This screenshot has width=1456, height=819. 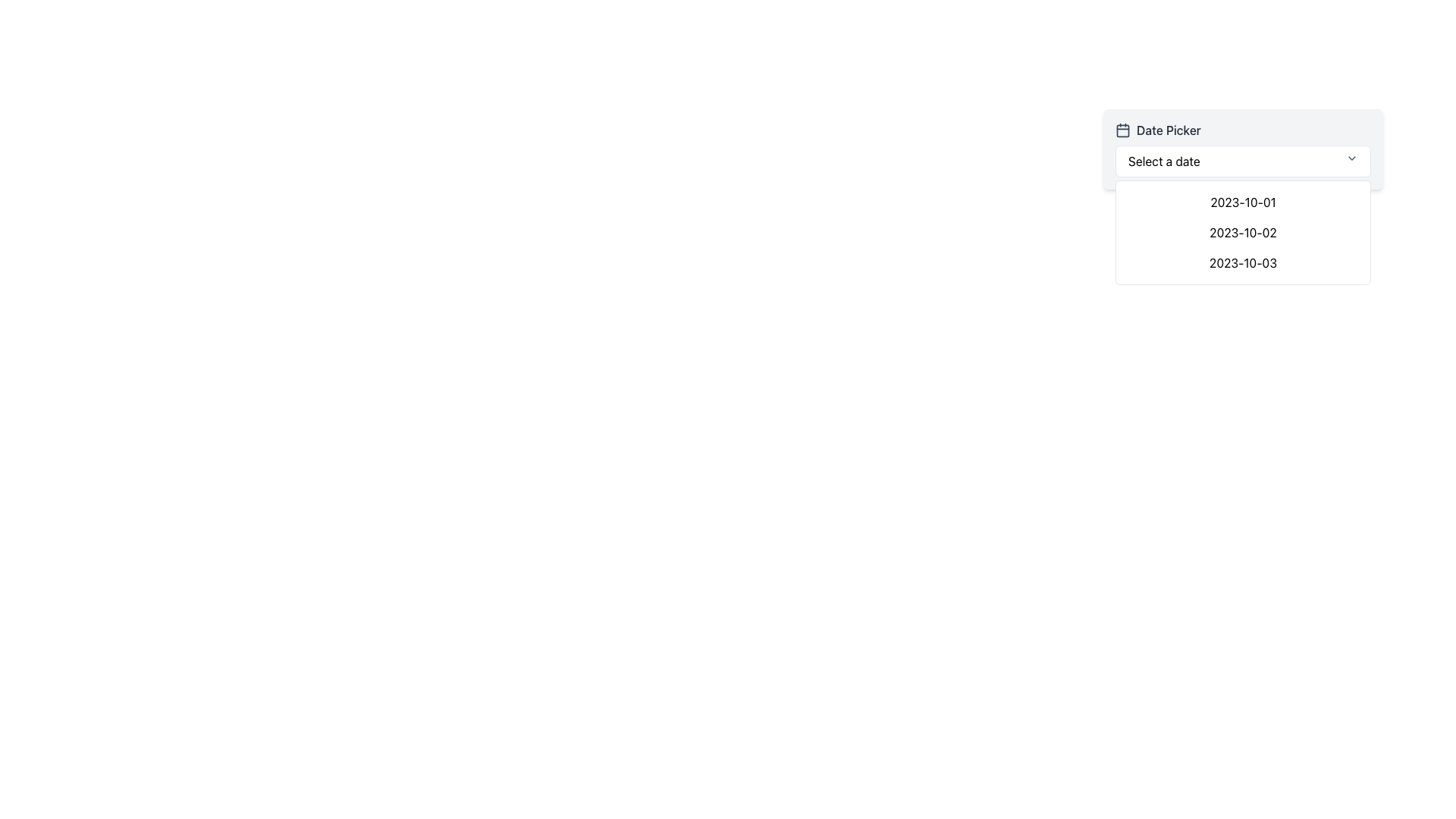 What do you see at coordinates (1243, 233) in the screenshot?
I see `the second date item ('2023-10-02') in the date picker dropdown menu` at bounding box center [1243, 233].